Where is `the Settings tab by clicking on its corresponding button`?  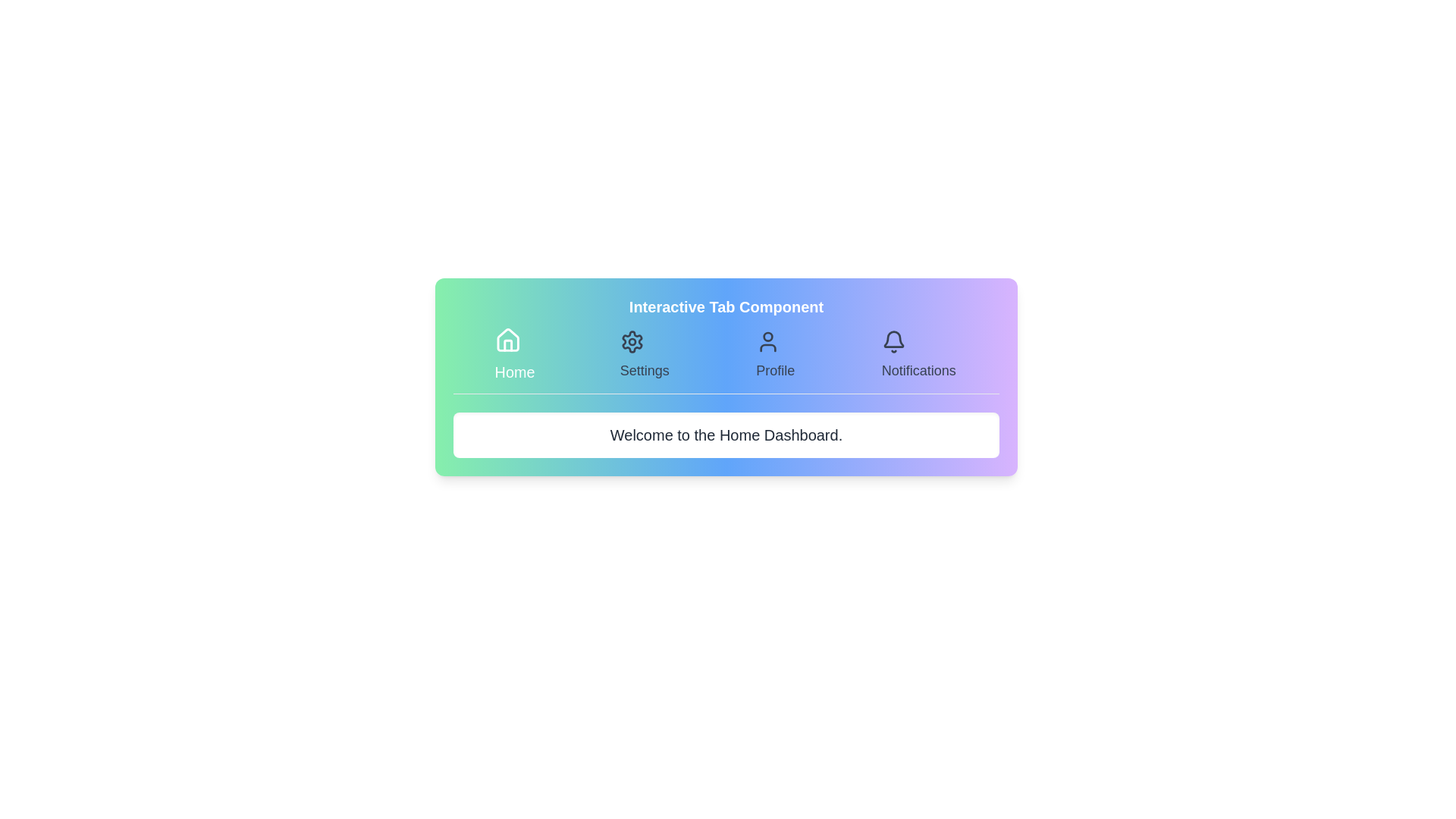 the Settings tab by clicking on its corresponding button is located at coordinates (644, 356).